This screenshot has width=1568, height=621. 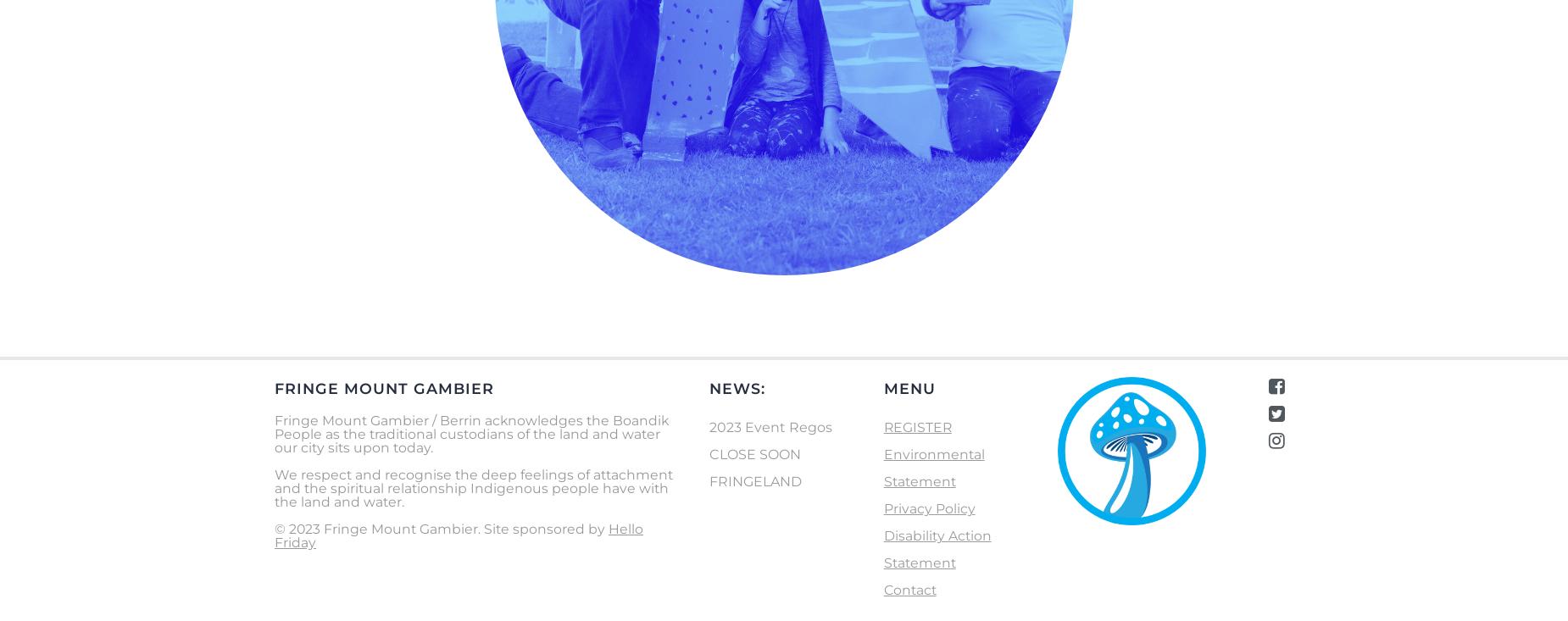 I want to click on 'We respect and recognise the deep feelings of attachment and the spiritual relationship Indigenous people have with the land and water.', so click(x=474, y=487).